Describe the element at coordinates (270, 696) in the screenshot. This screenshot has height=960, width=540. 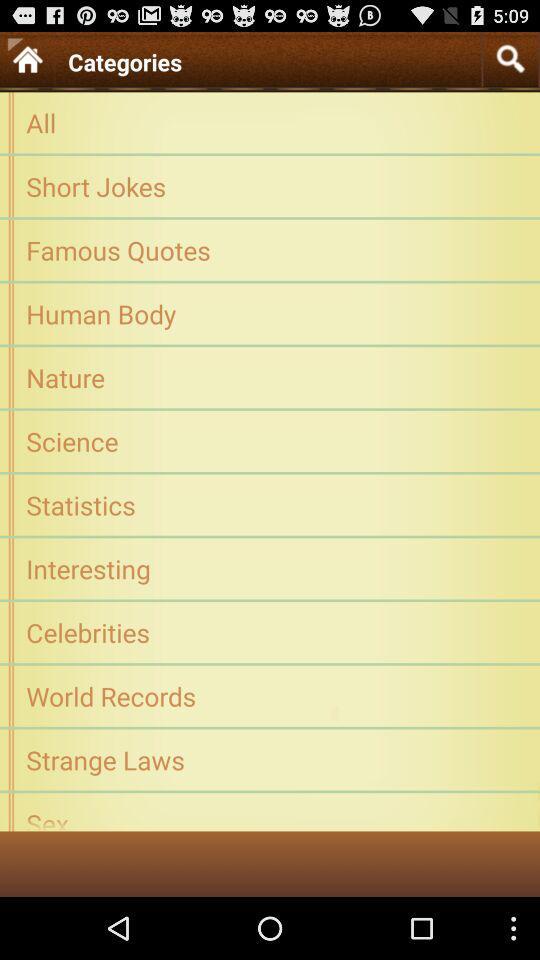
I see `icon below celebrities item` at that location.